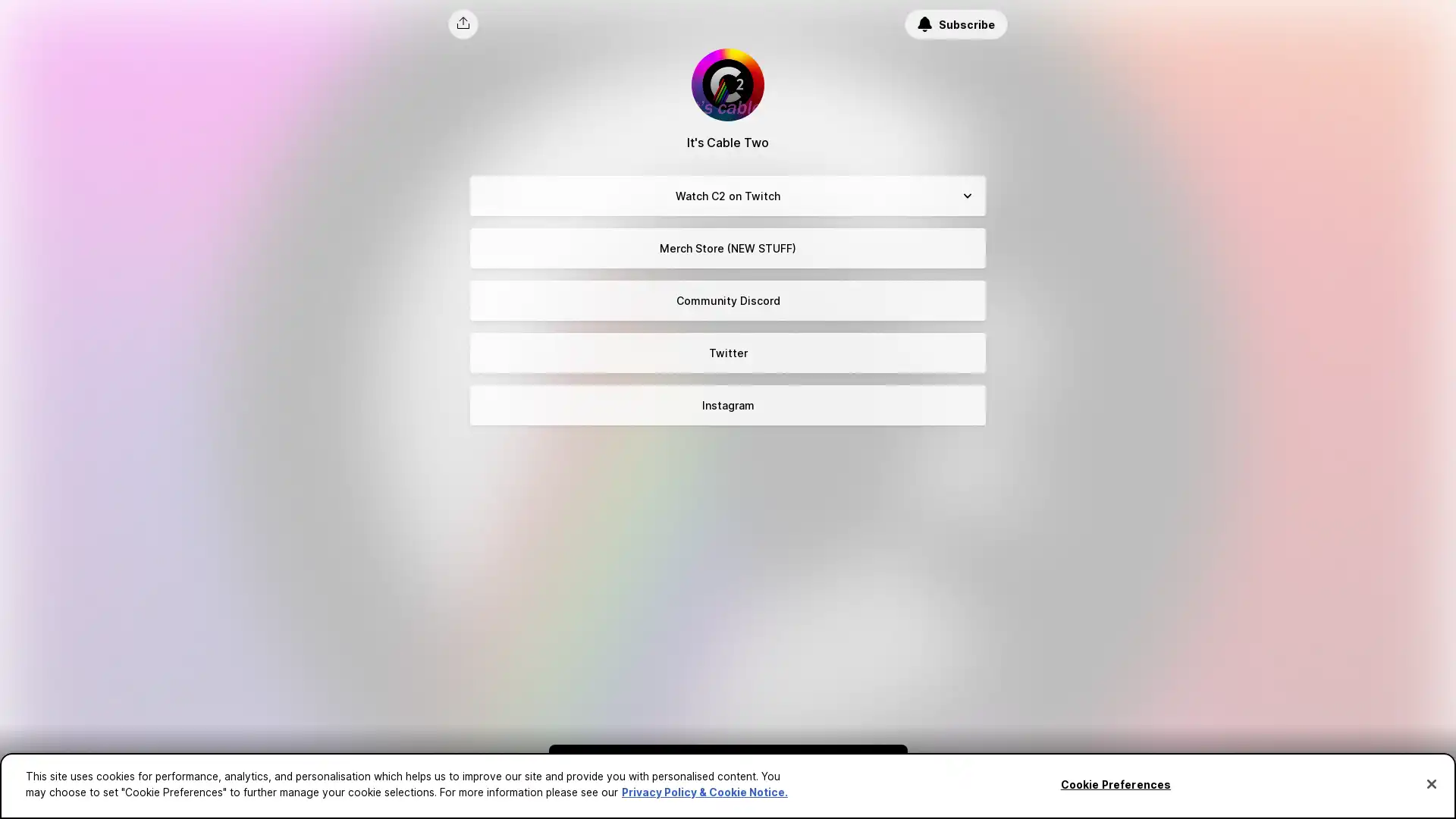 This screenshot has height=819, width=1456. Describe the element at coordinates (40, 796) in the screenshot. I see `Cookie Preferences` at that location.